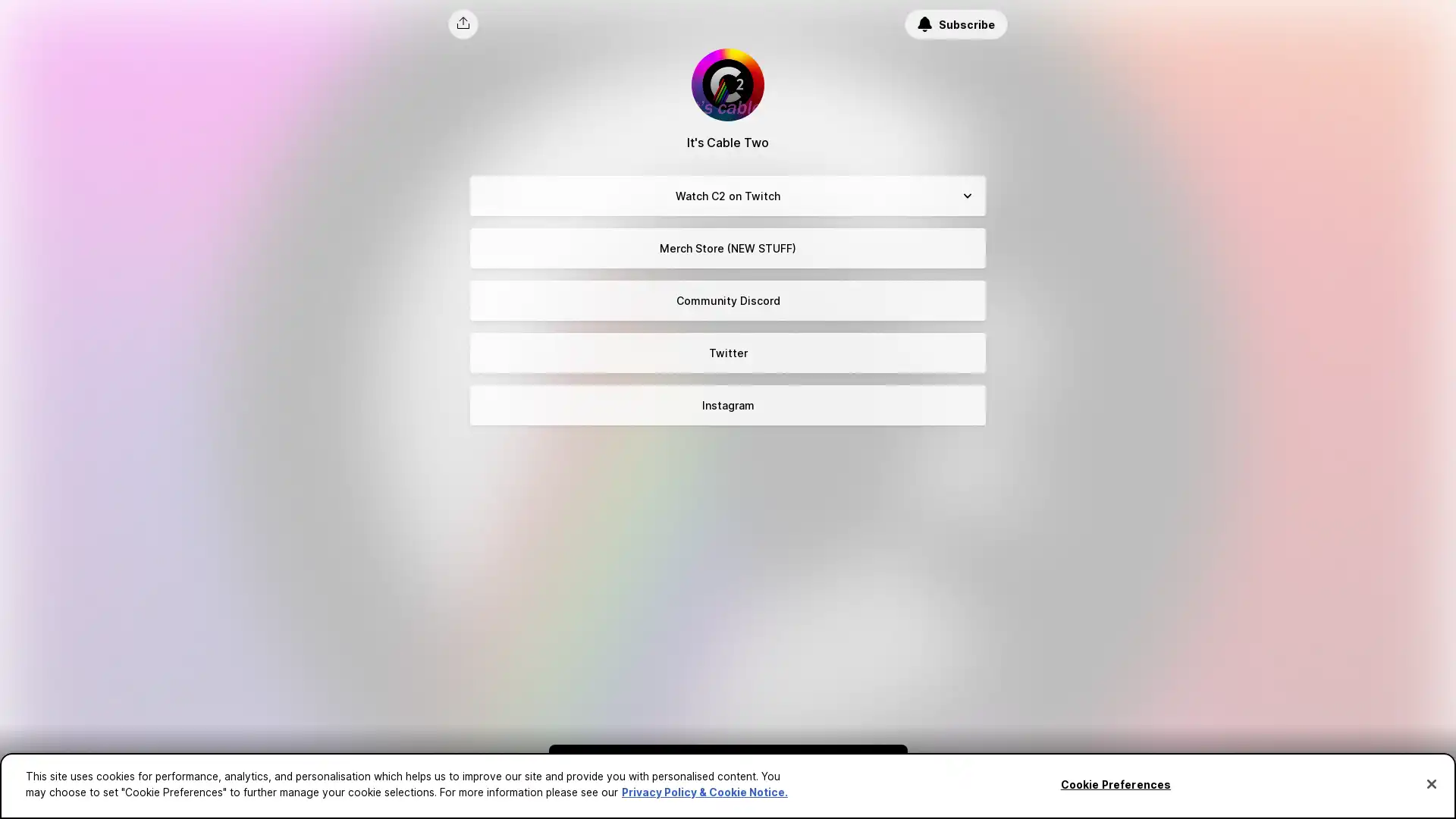 This screenshot has height=819, width=1456. Describe the element at coordinates (40, 796) in the screenshot. I see `Cookie Preferences` at that location.